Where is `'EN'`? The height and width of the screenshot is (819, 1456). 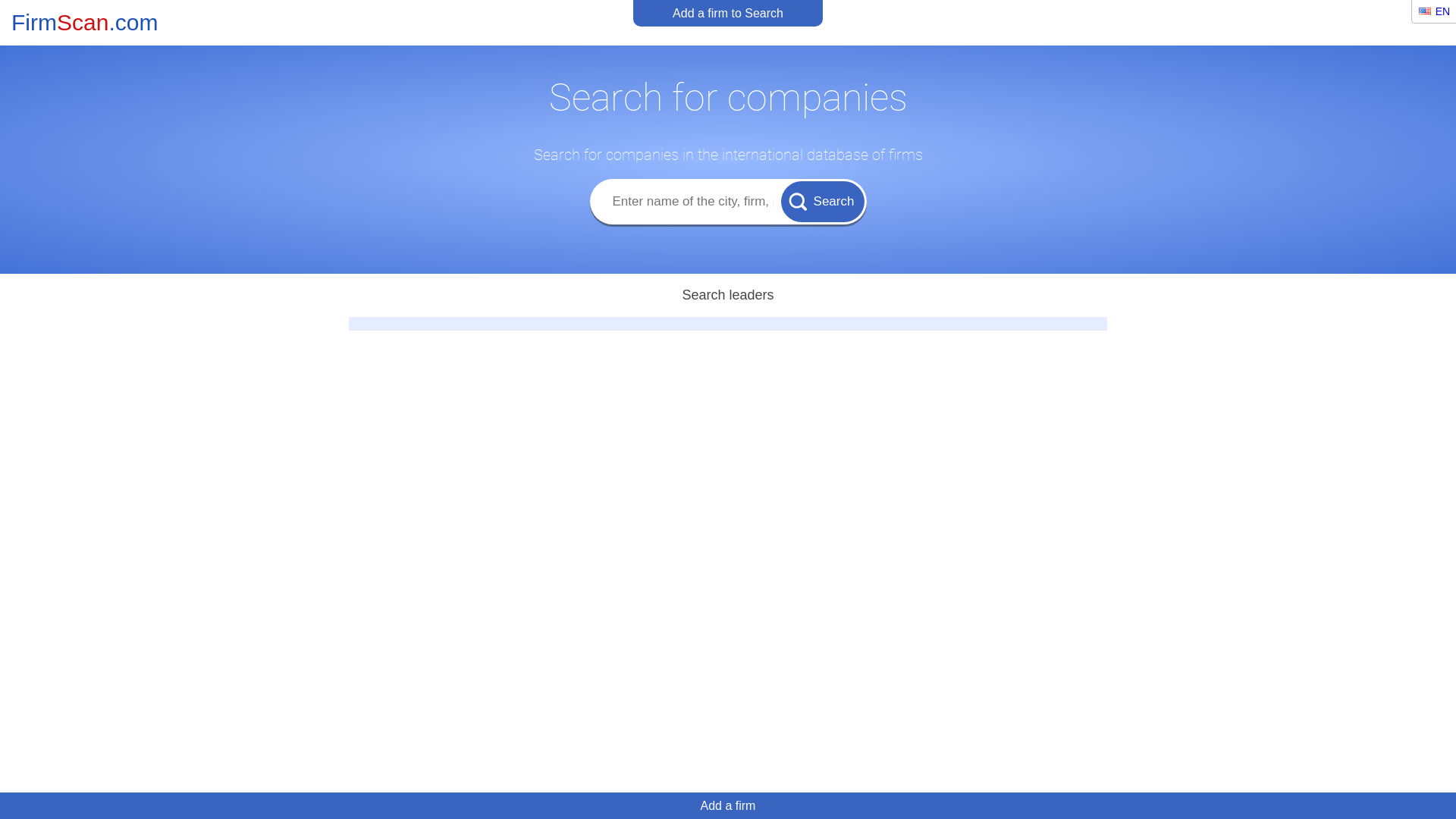 'EN' is located at coordinates (1433, 11).